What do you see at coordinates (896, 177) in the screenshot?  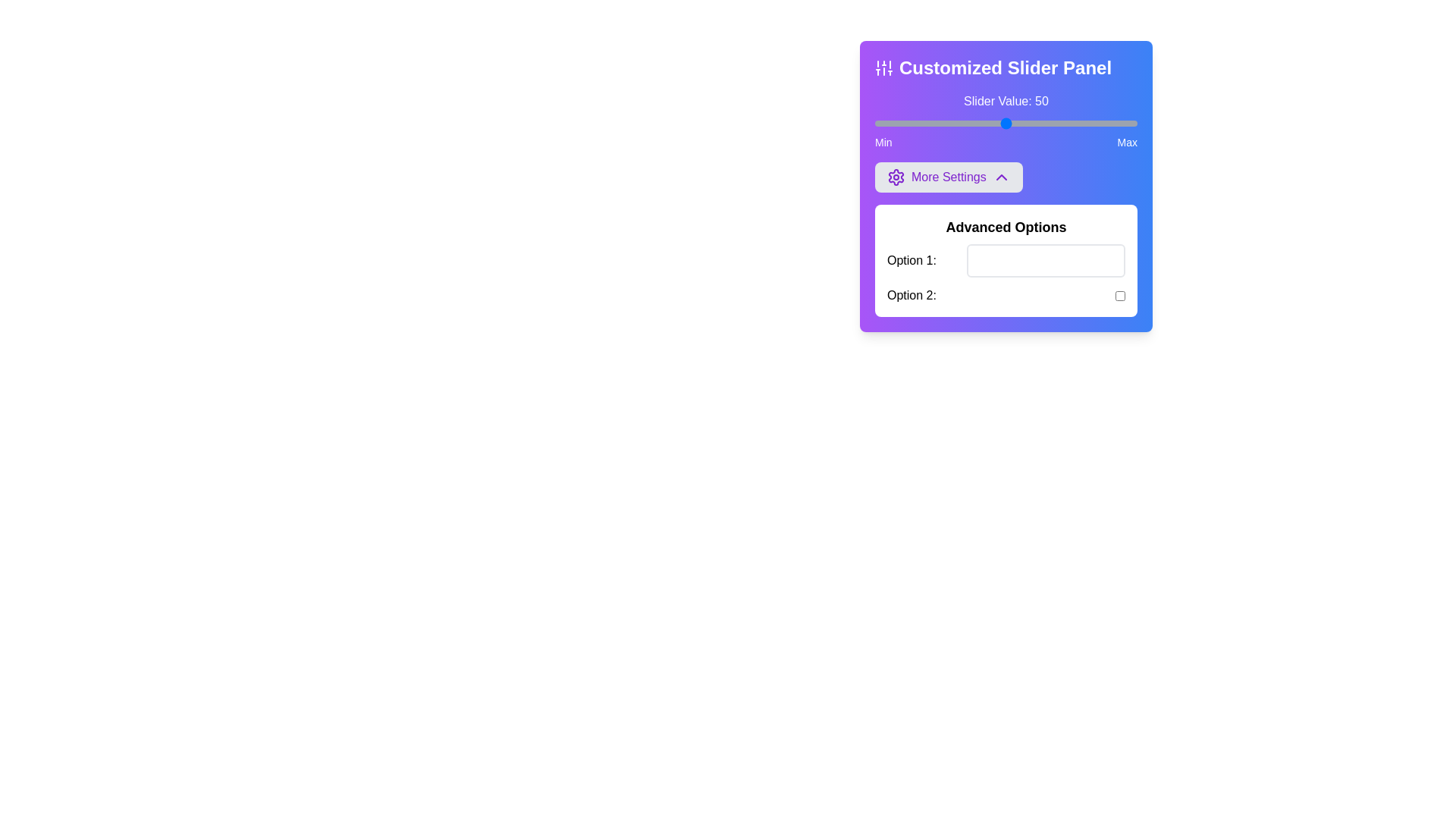 I see `the purple gear icon representing settings, located to the left of the 'More Settings' button in the control panel` at bounding box center [896, 177].